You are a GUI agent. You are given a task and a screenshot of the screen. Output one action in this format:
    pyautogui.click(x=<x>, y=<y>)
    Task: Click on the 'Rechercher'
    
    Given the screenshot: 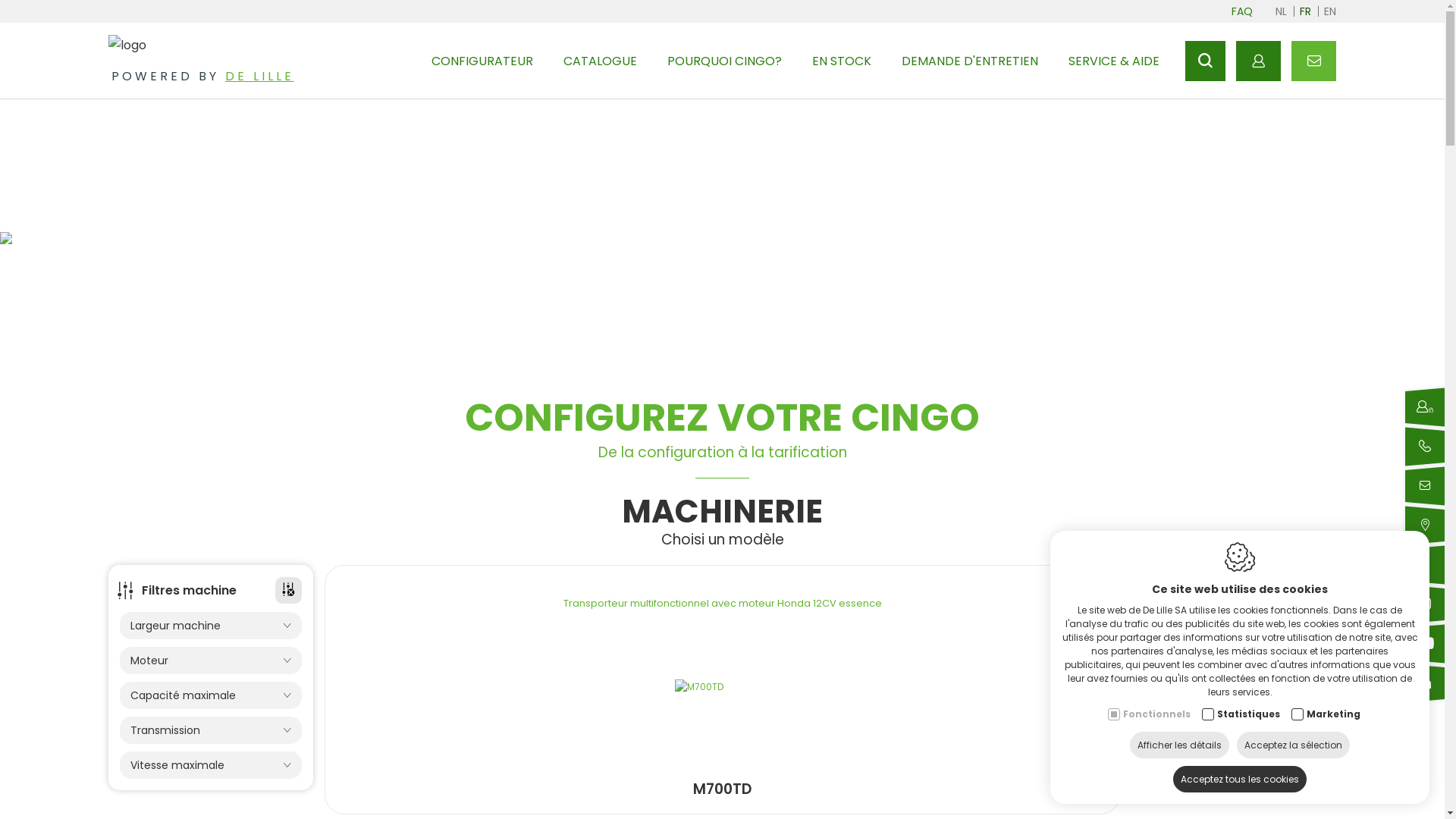 What is the action you would take?
    pyautogui.click(x=1204, y=60)
    